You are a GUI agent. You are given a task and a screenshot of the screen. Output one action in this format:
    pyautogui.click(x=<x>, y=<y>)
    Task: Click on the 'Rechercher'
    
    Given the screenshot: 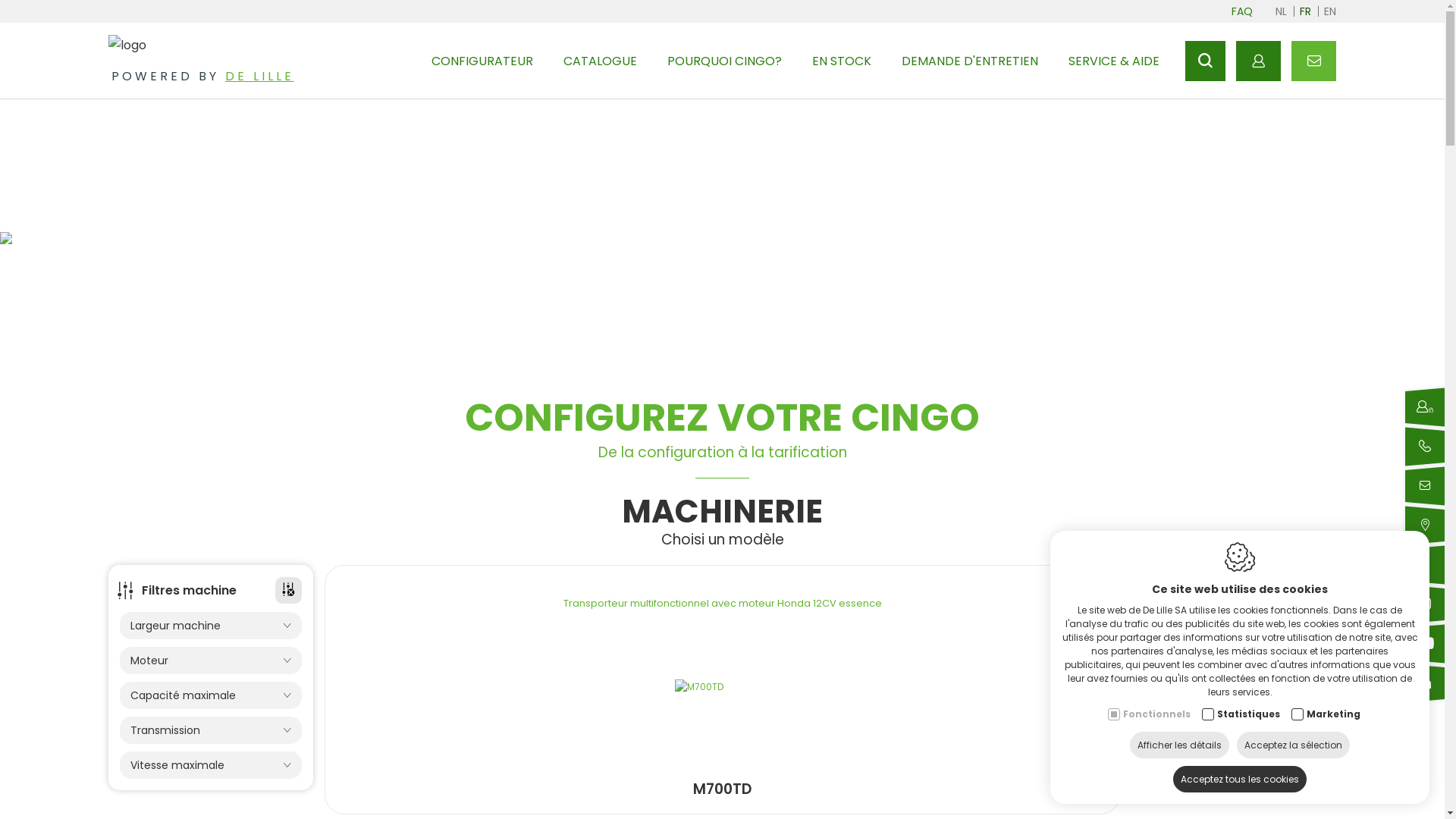 What is the action you would take?
    pyautogui.click(x=1204, y=60)
    